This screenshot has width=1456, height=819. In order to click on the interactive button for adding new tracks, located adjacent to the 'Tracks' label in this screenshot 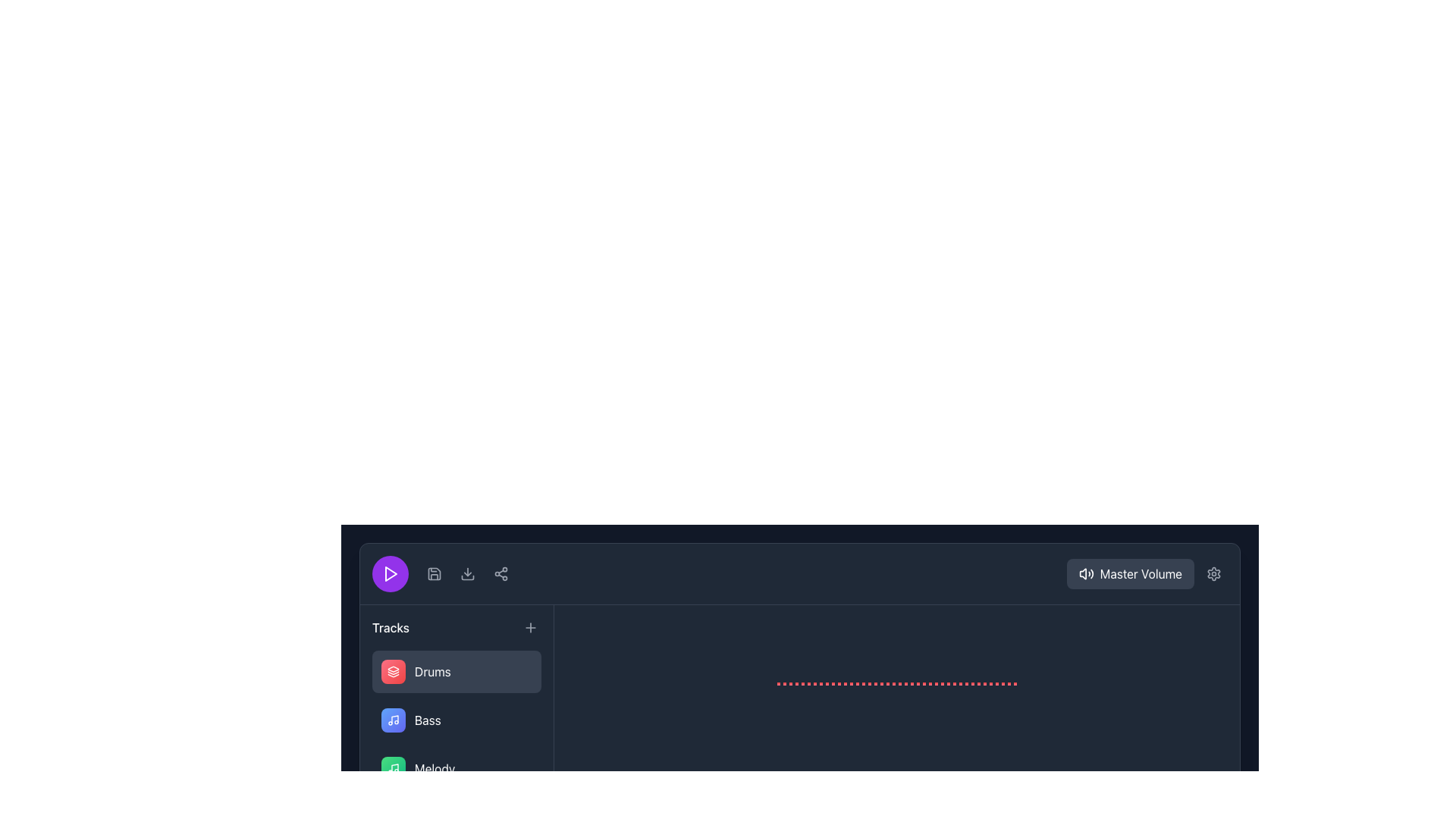, I will do `click(531, 628)`.